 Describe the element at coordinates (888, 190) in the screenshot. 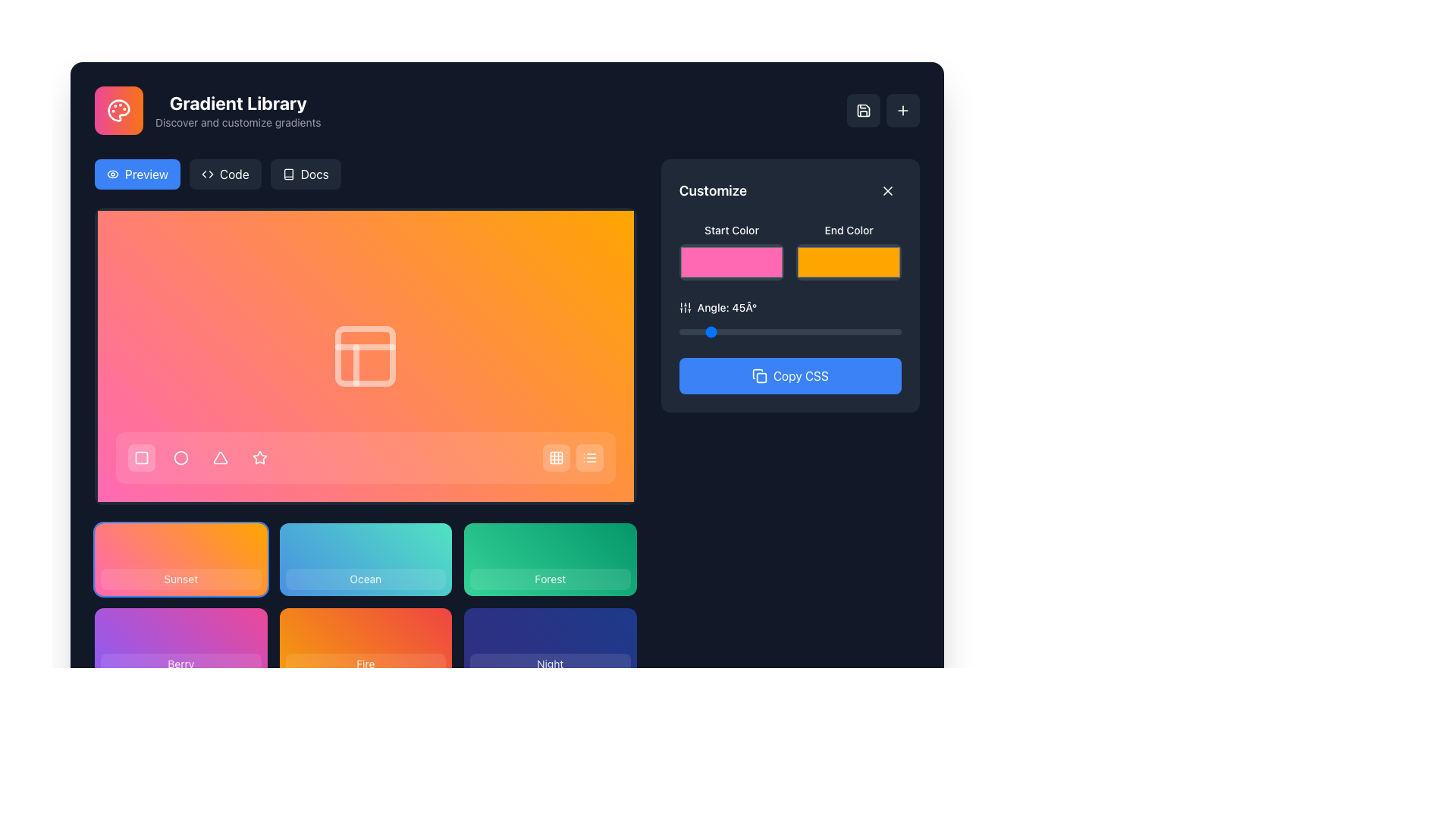

I see `the circular close button with an 'X' icon located at the top-right corner of the 'Customize' dialog box` at that location.